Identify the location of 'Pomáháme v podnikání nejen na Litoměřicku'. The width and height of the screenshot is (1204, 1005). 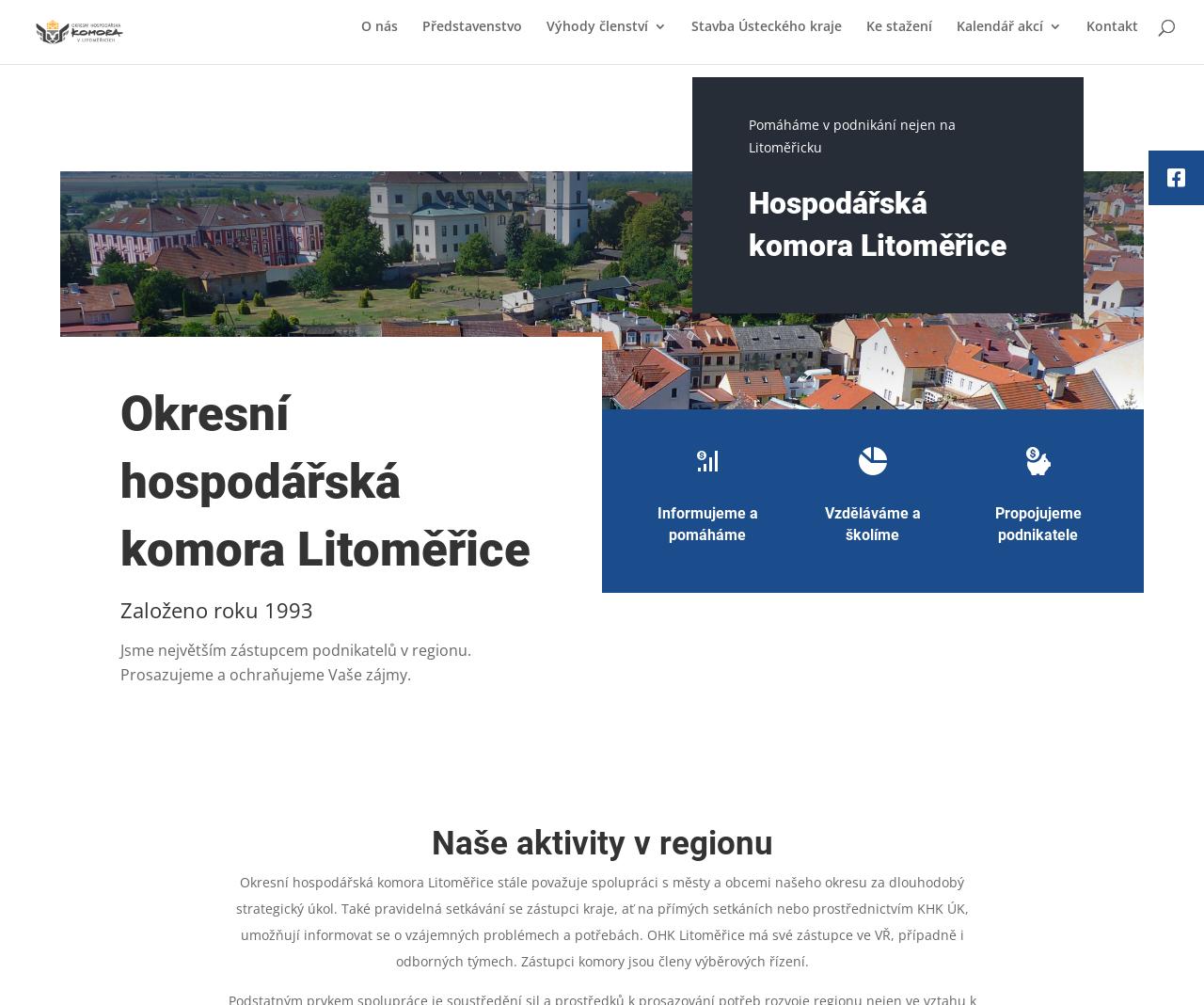
(849, 135).